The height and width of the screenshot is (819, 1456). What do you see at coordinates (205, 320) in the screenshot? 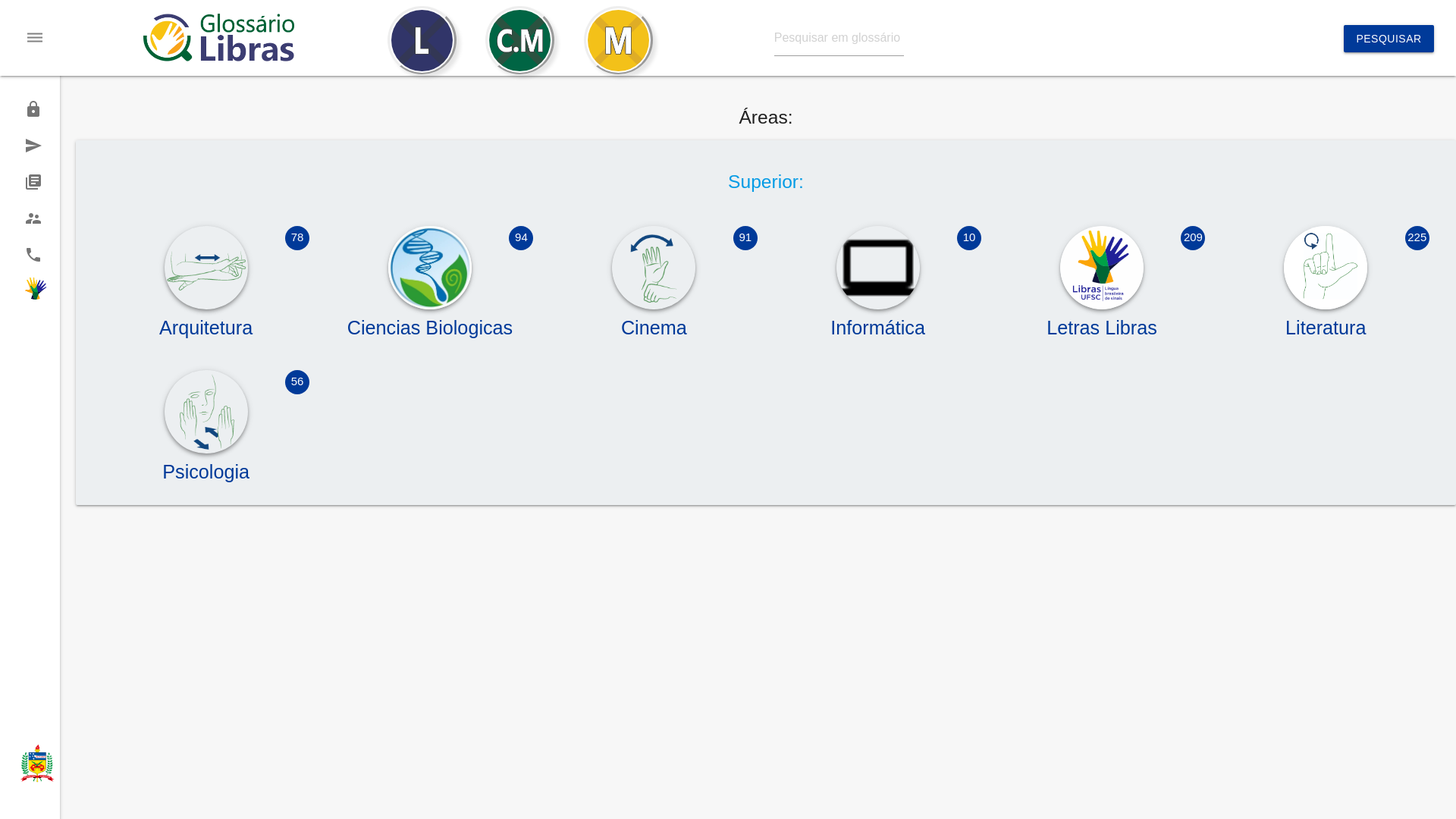
I see `'78` at bounding box center [205, 320].